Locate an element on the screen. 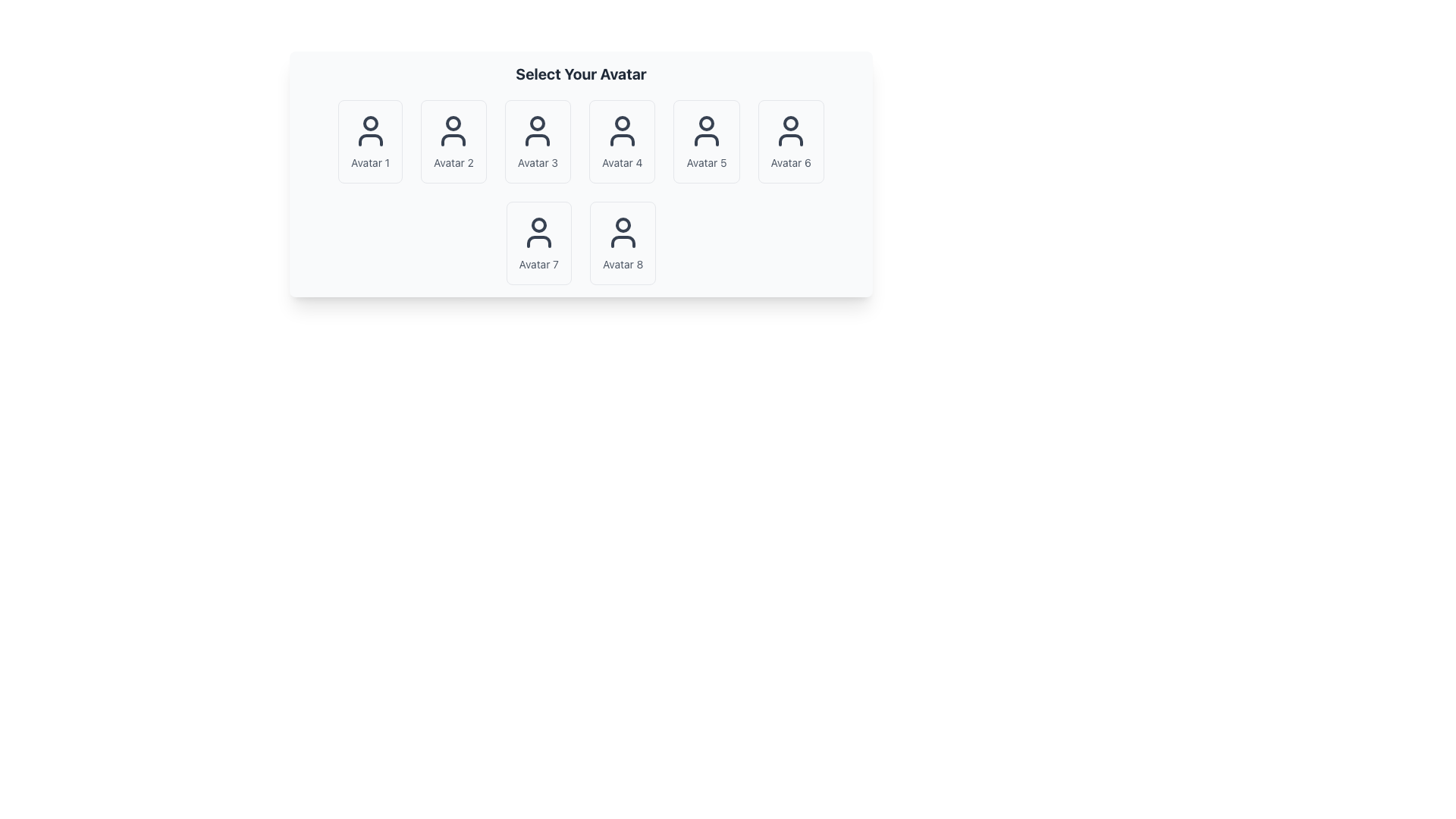  the decorative SVG circle representing the head in the user icon of 'Avatar 7', located in the lower row, second column from the left is located at coordinates (538, 225).